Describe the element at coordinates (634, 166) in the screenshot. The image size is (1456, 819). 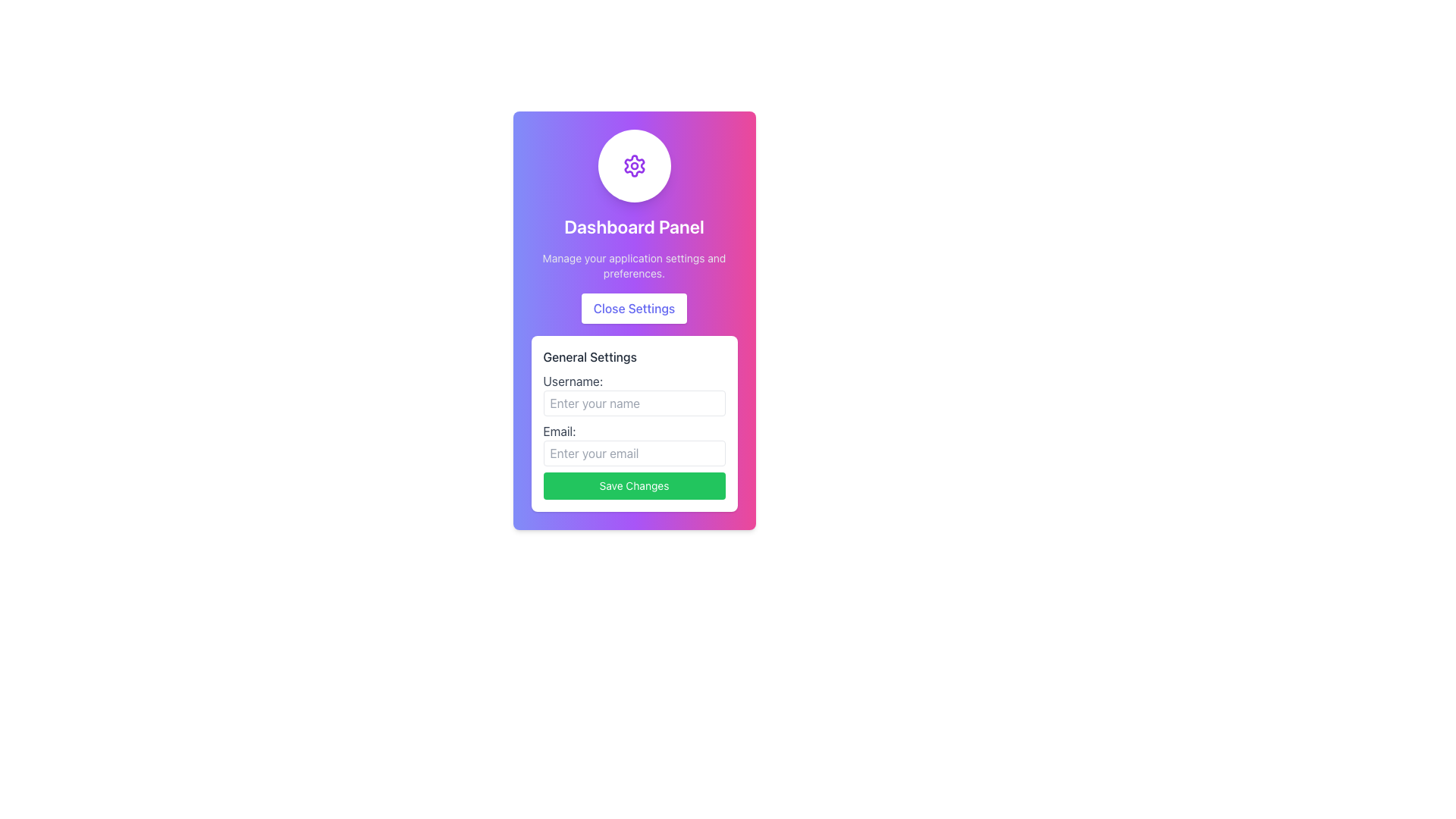
I see `the purple gear icon located centrally within a white circular button at the top of the colorful gradient panel` at that location.